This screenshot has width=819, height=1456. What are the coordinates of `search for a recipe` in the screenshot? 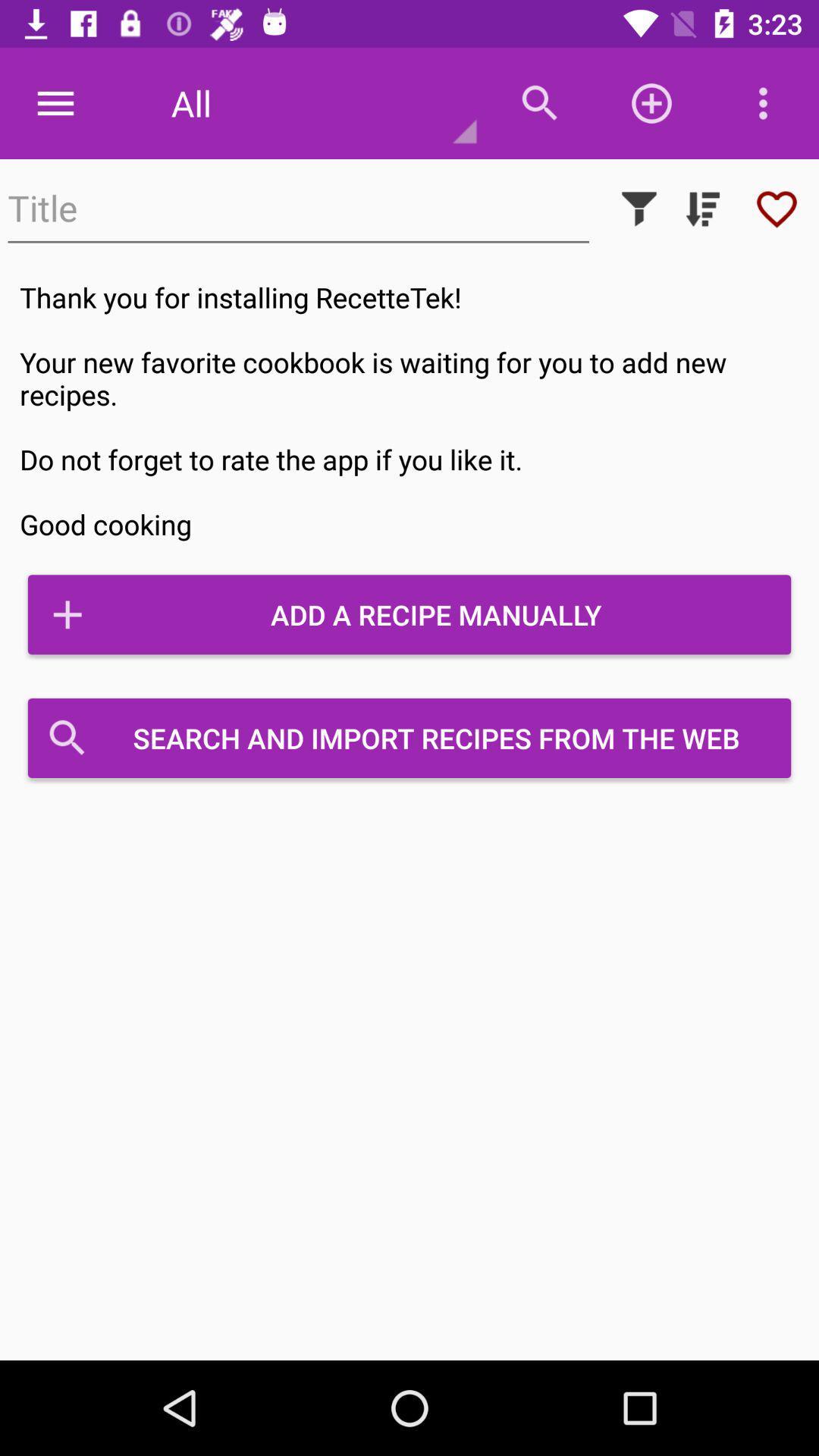 It's located at (298, 208).